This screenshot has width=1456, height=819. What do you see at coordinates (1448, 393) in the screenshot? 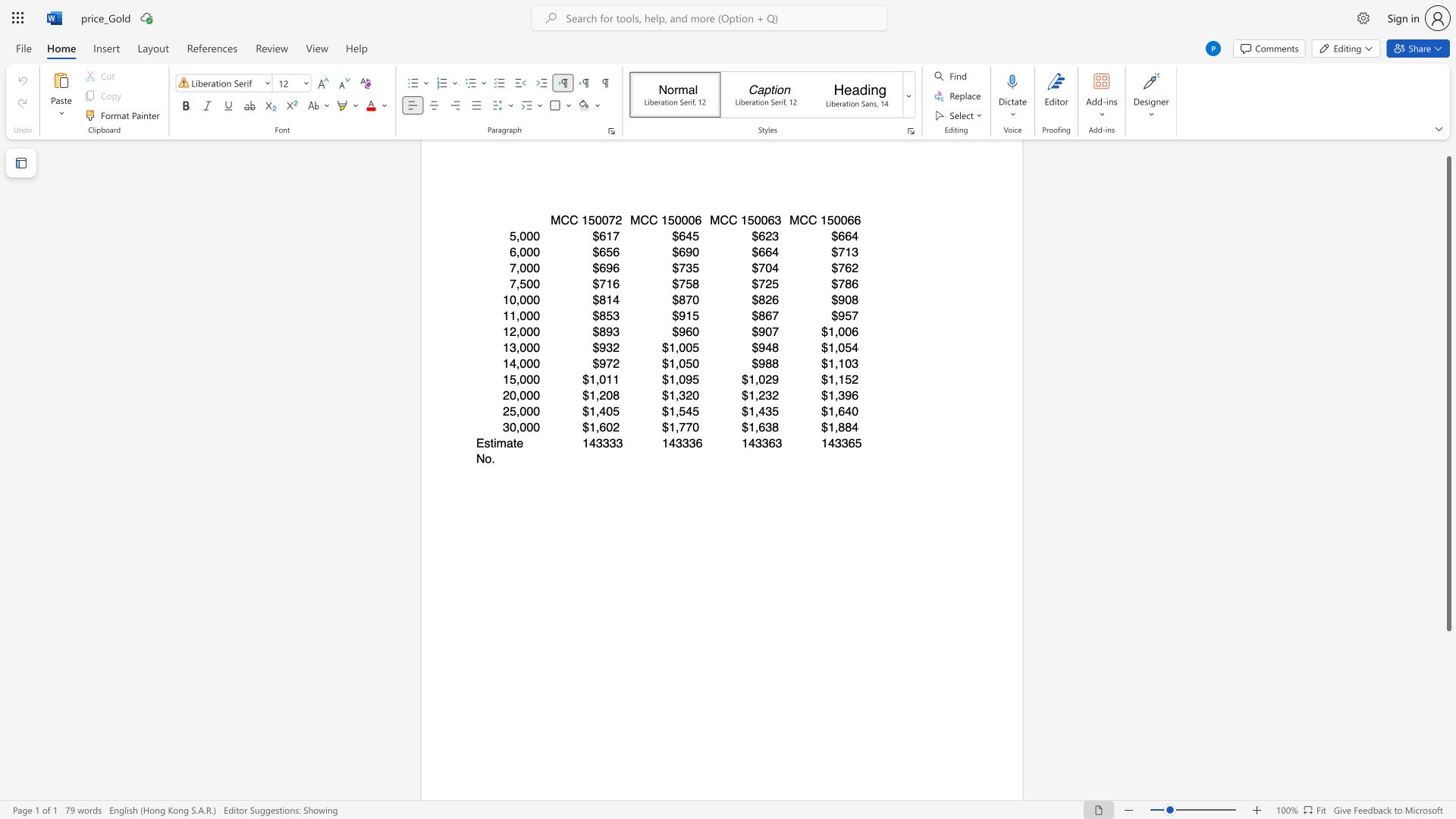
I see `the scrollbar and move up 10 pixels` at bounding box center [1448, 393].